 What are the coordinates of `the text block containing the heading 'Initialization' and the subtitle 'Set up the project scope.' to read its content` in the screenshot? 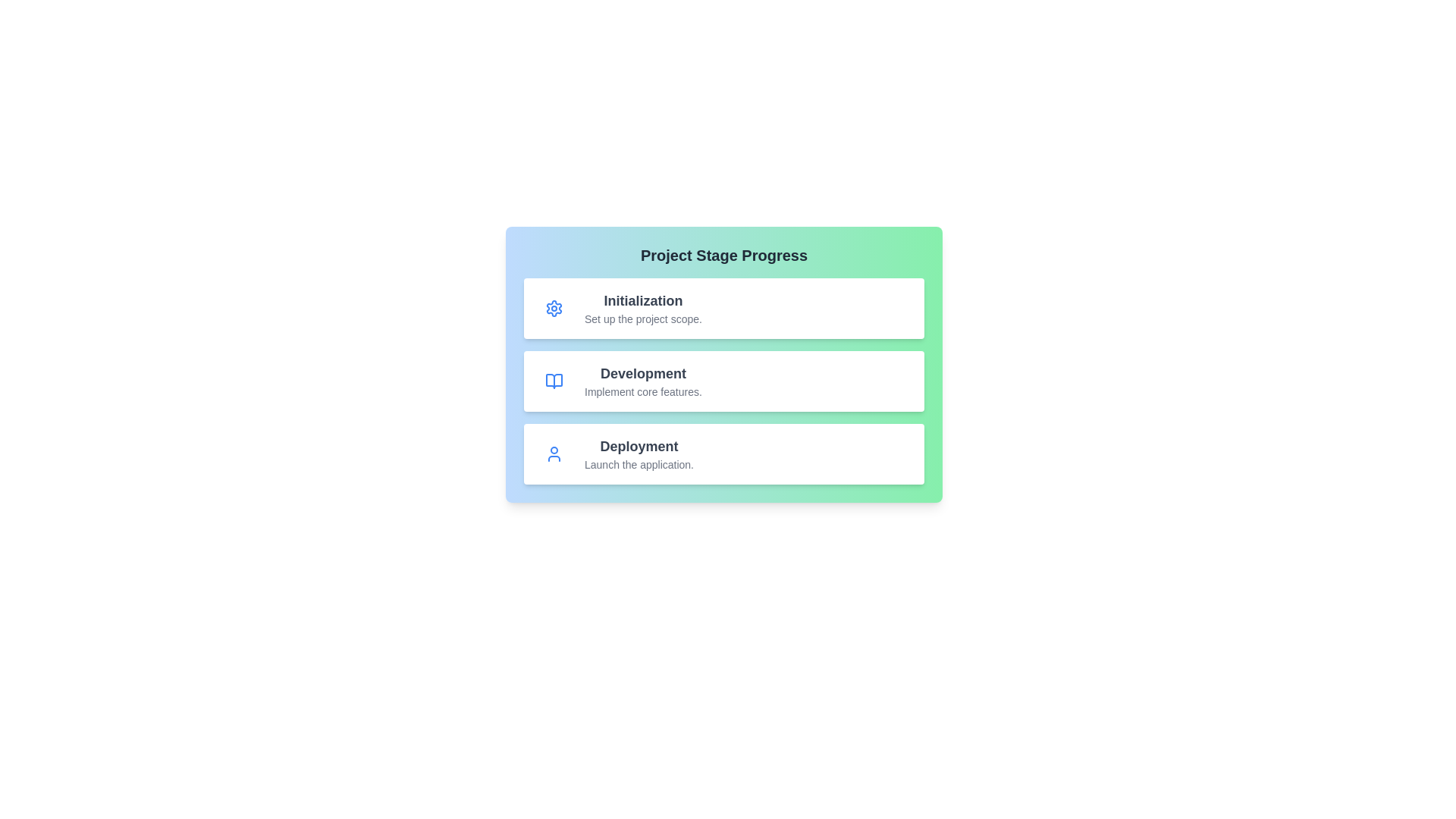 It's located at (643, 308).